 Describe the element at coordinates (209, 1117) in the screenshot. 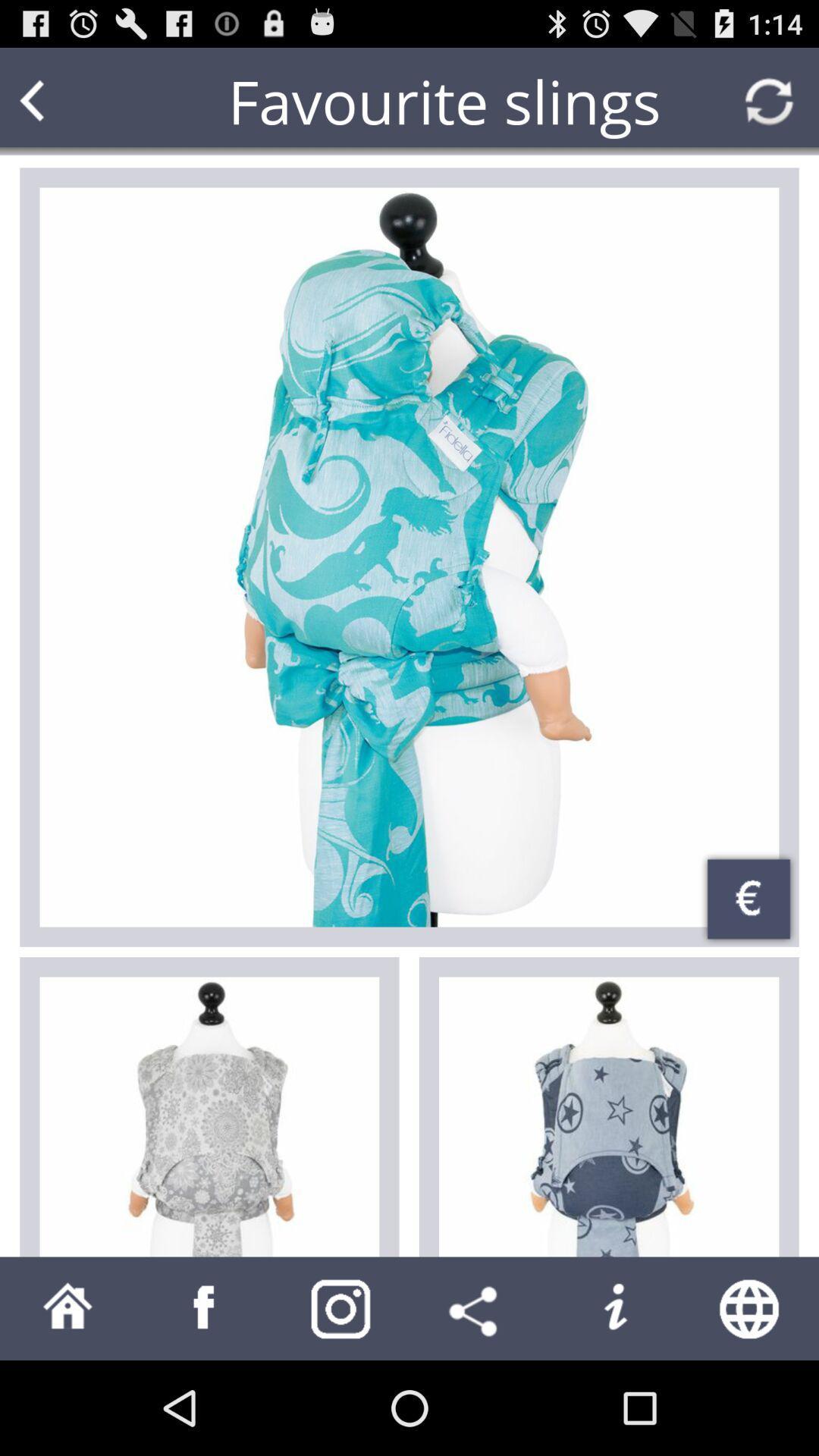

I see `the item` at that location.